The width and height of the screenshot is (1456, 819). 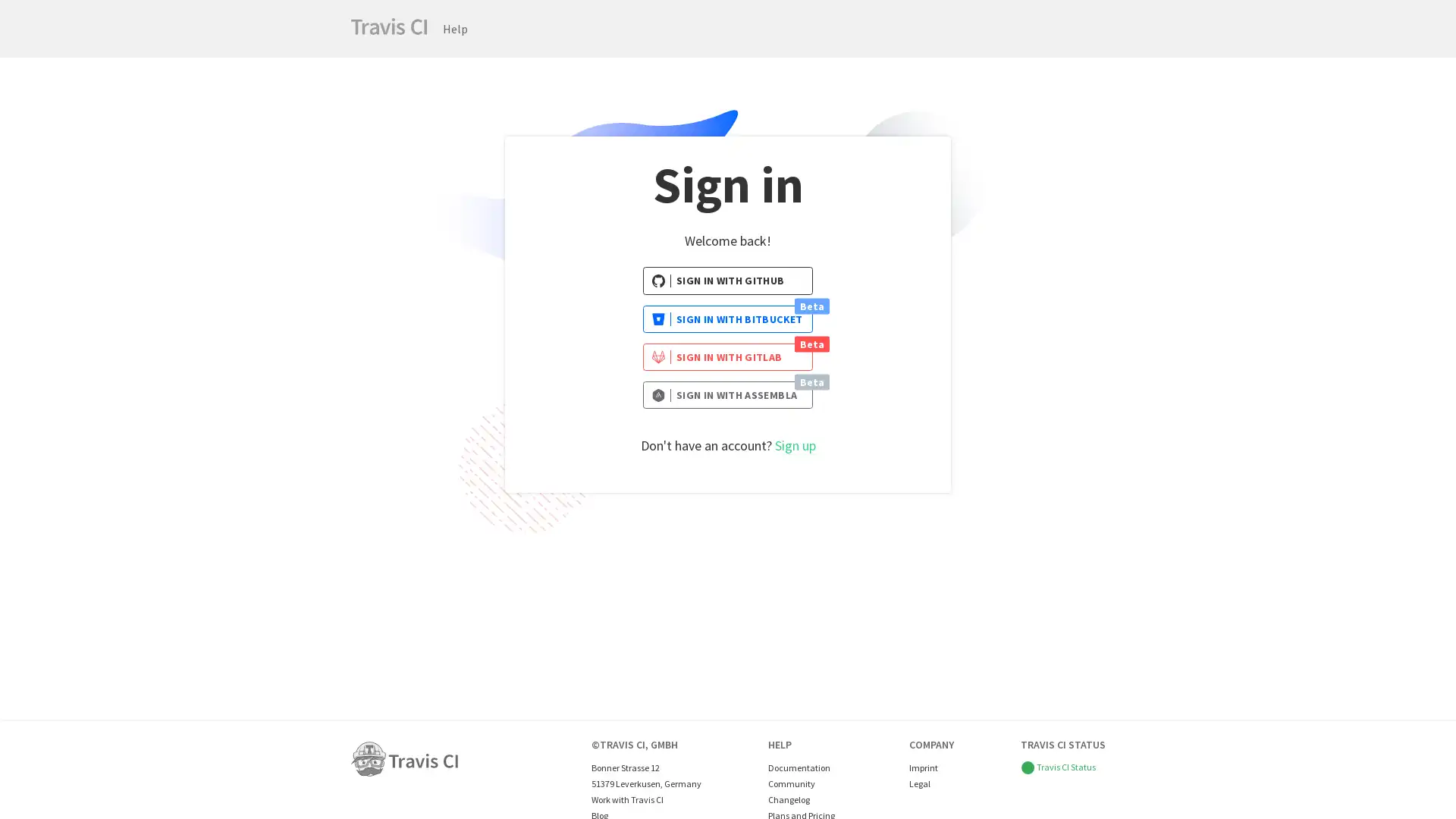 I want to click on SIGN IN WITH GITLAB Beta, so click(x=728, y=356).